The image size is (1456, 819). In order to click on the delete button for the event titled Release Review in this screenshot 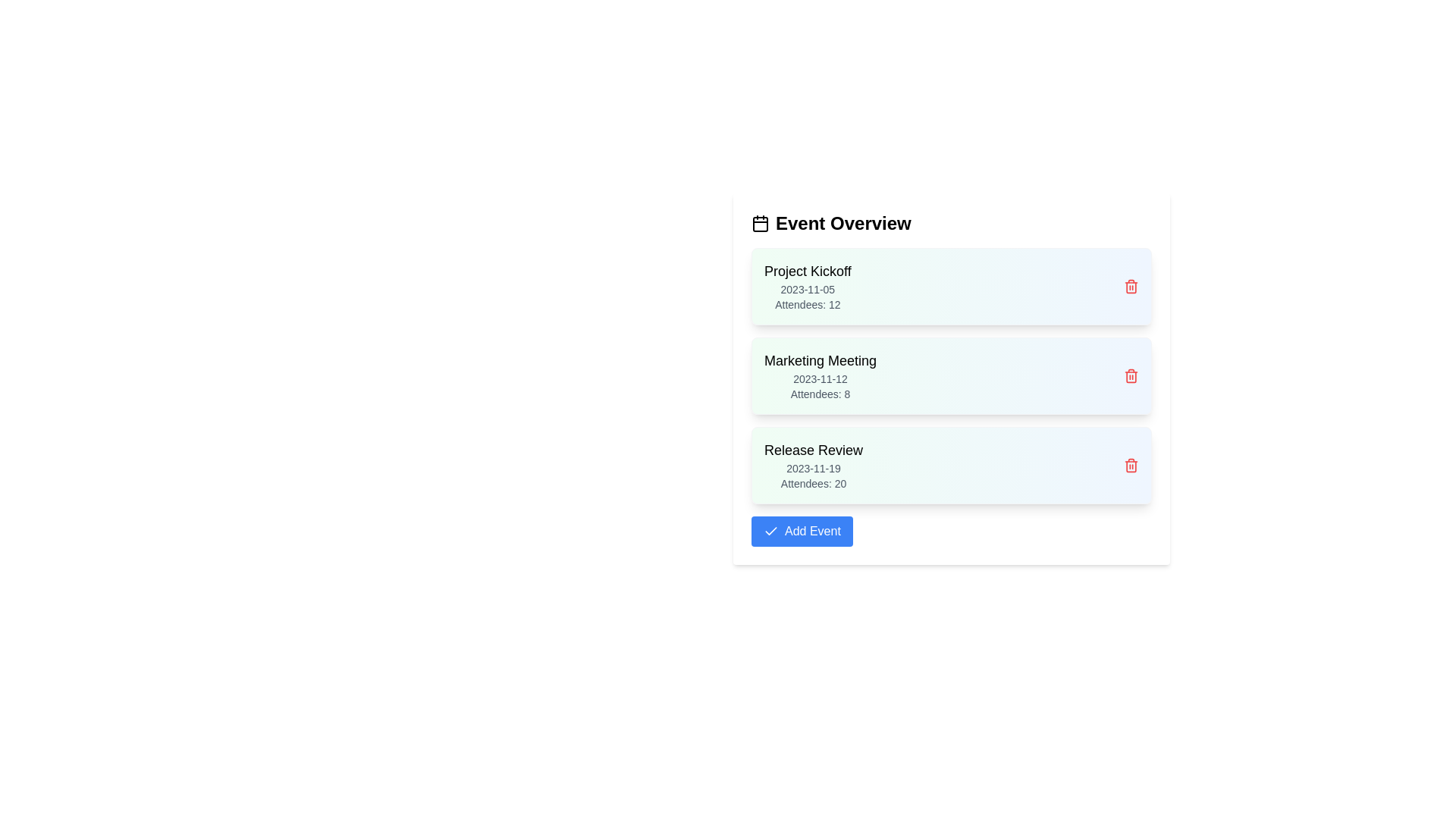, I will do `click(1131, 464)`.